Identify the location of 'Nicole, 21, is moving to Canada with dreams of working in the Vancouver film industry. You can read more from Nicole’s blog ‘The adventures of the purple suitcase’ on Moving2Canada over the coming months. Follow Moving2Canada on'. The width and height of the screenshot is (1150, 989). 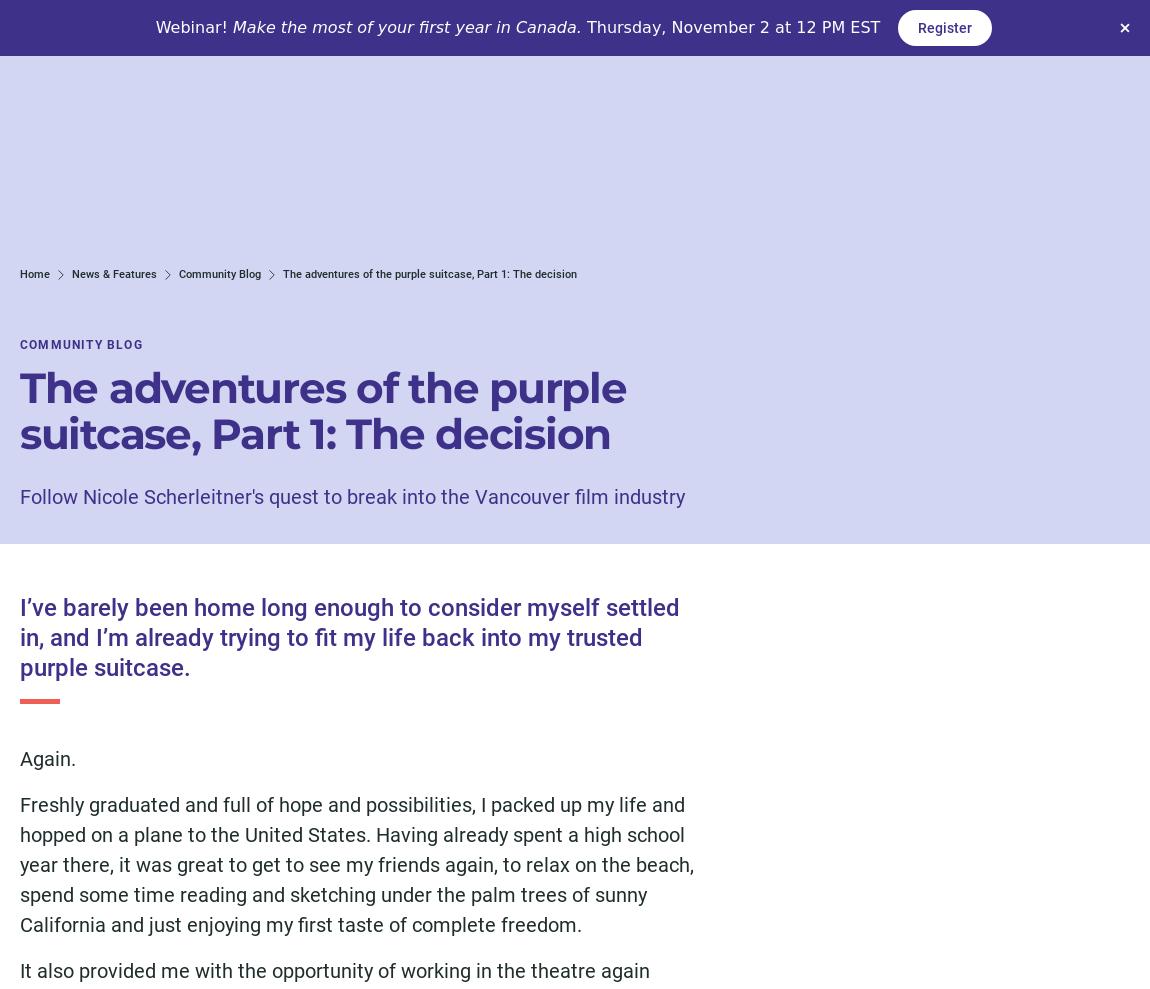
(357, 566).